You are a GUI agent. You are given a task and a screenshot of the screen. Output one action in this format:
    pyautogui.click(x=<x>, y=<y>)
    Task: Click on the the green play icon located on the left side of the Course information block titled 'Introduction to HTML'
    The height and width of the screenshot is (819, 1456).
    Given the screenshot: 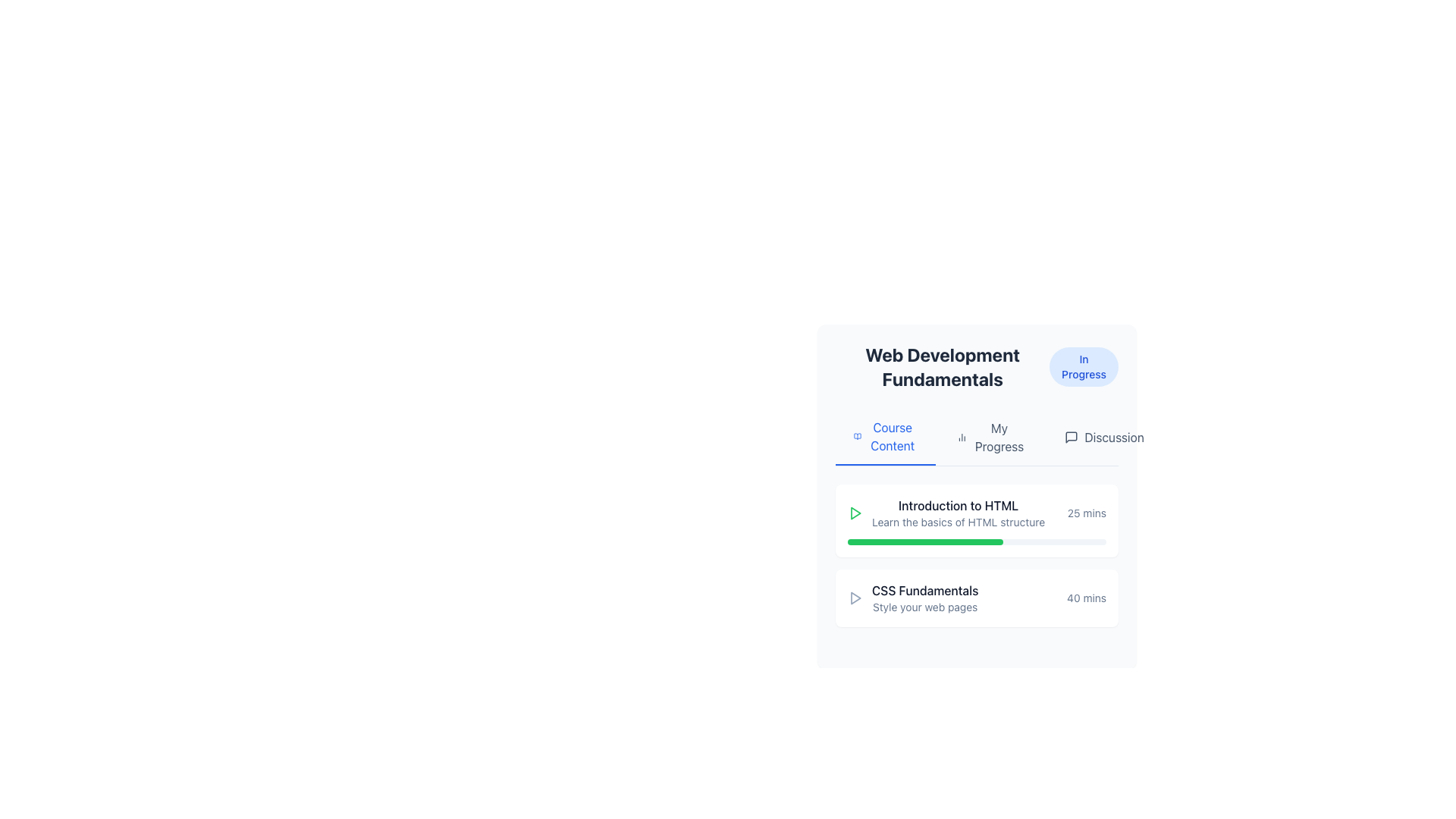 What is the action you would take?
    pyautogui.click(x=977, y=513)
    